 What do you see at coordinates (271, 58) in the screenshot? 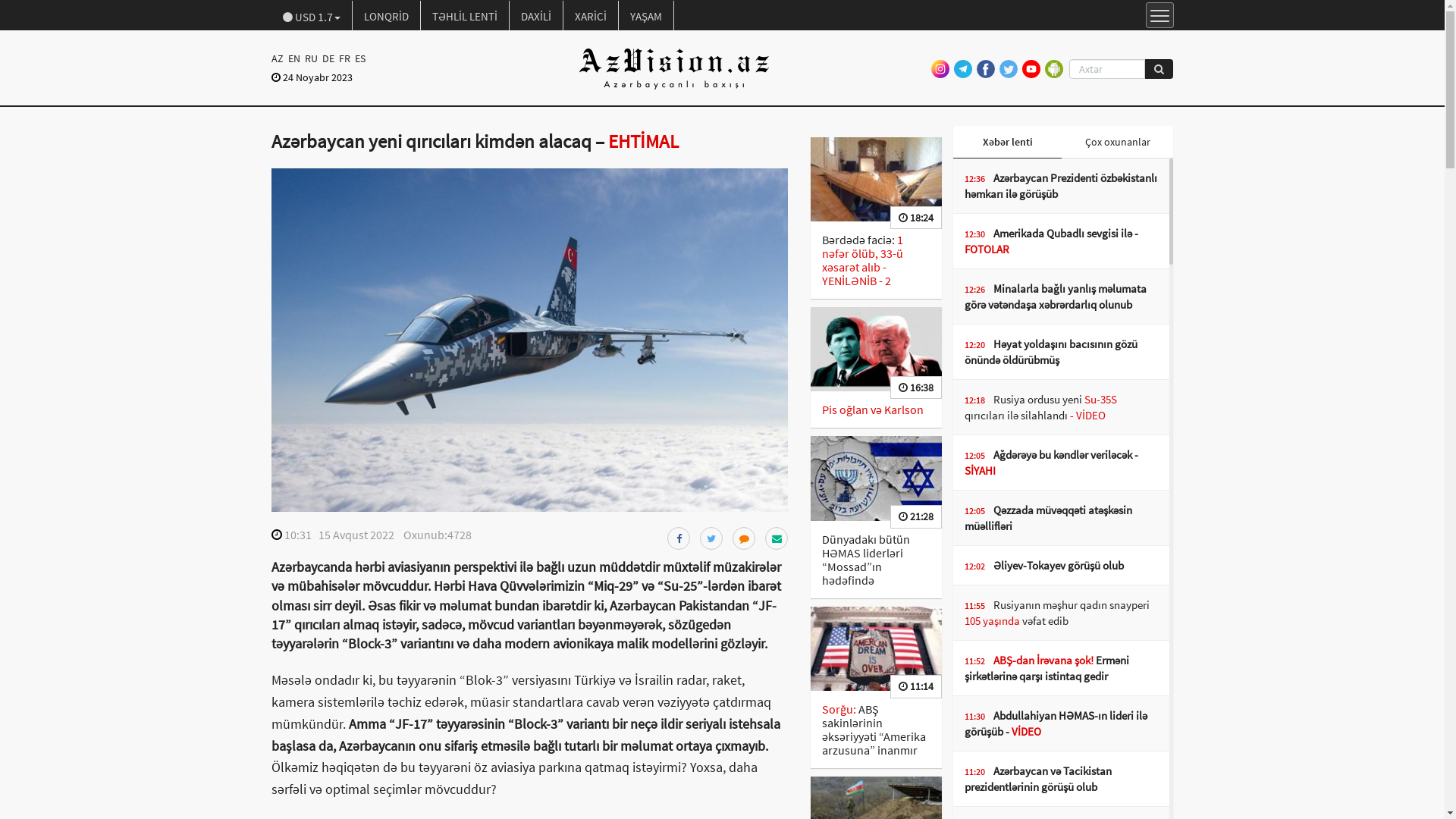
I see `'AZ'` at bounding box center [271, 58].